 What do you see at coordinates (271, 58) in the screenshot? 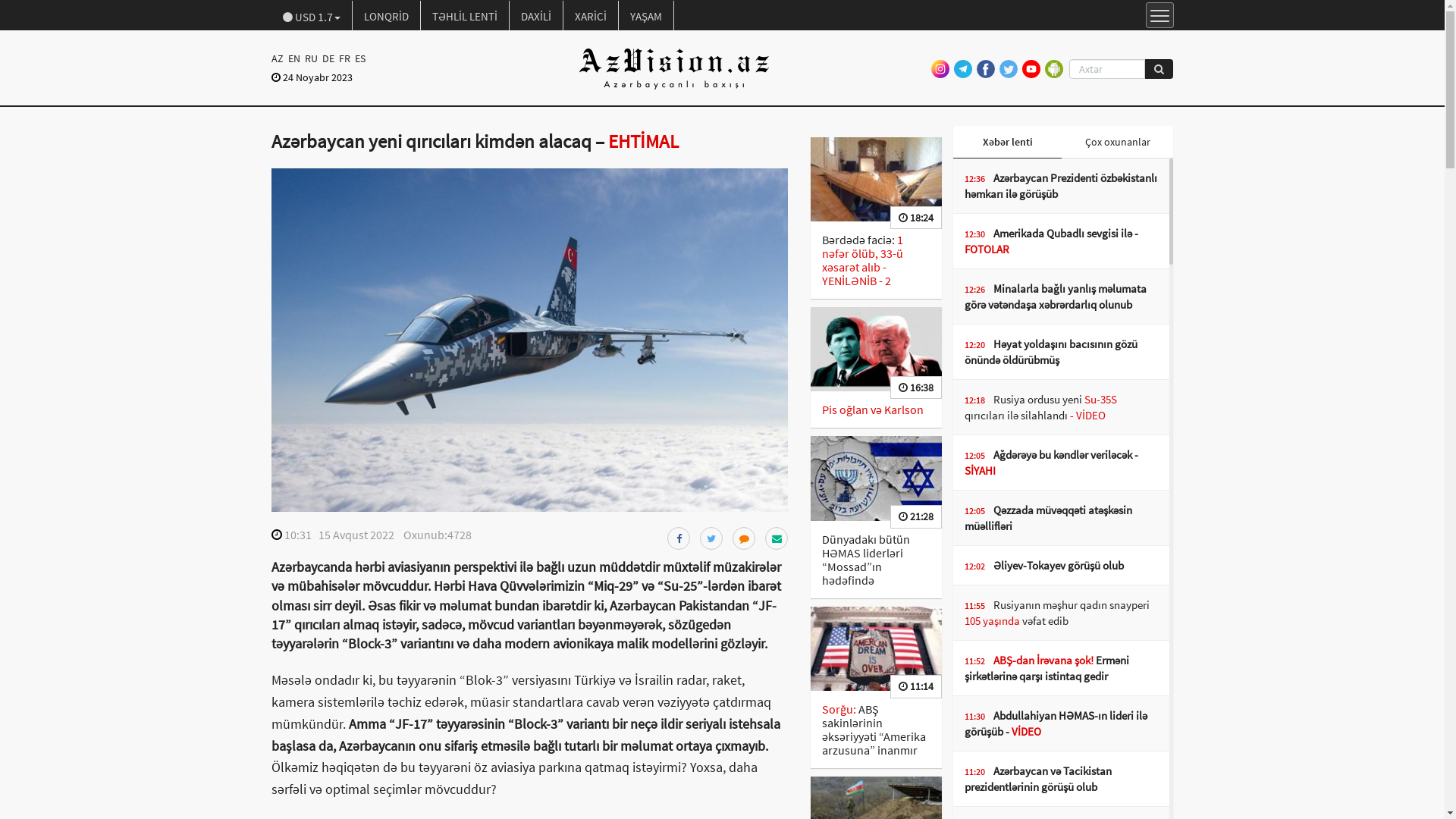
I see `'AZ'` at bounding box center [271, 58].